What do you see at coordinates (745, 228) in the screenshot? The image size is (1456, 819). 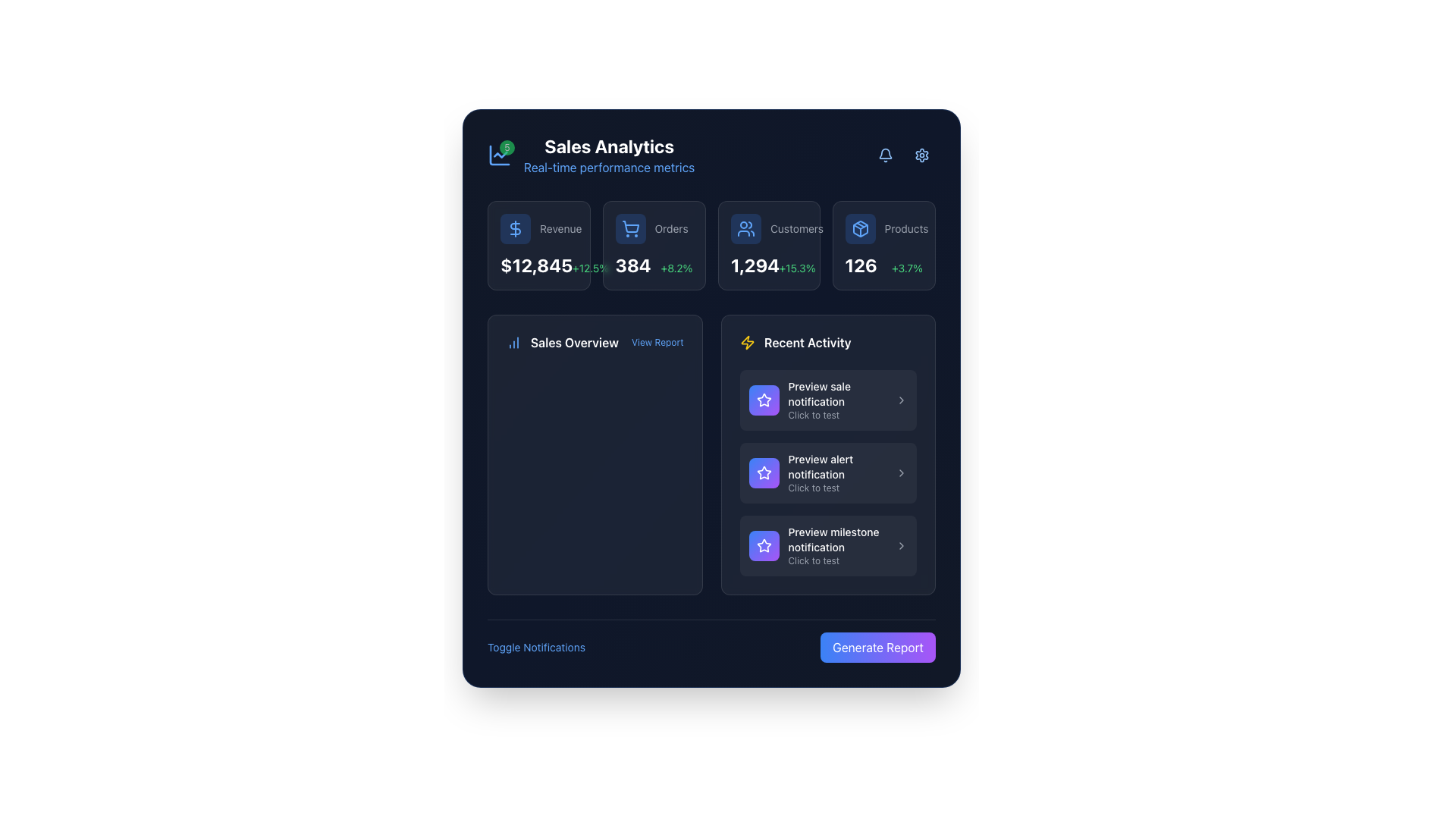 I see `the 'Customers' icon` at bounding box center [745, 228].